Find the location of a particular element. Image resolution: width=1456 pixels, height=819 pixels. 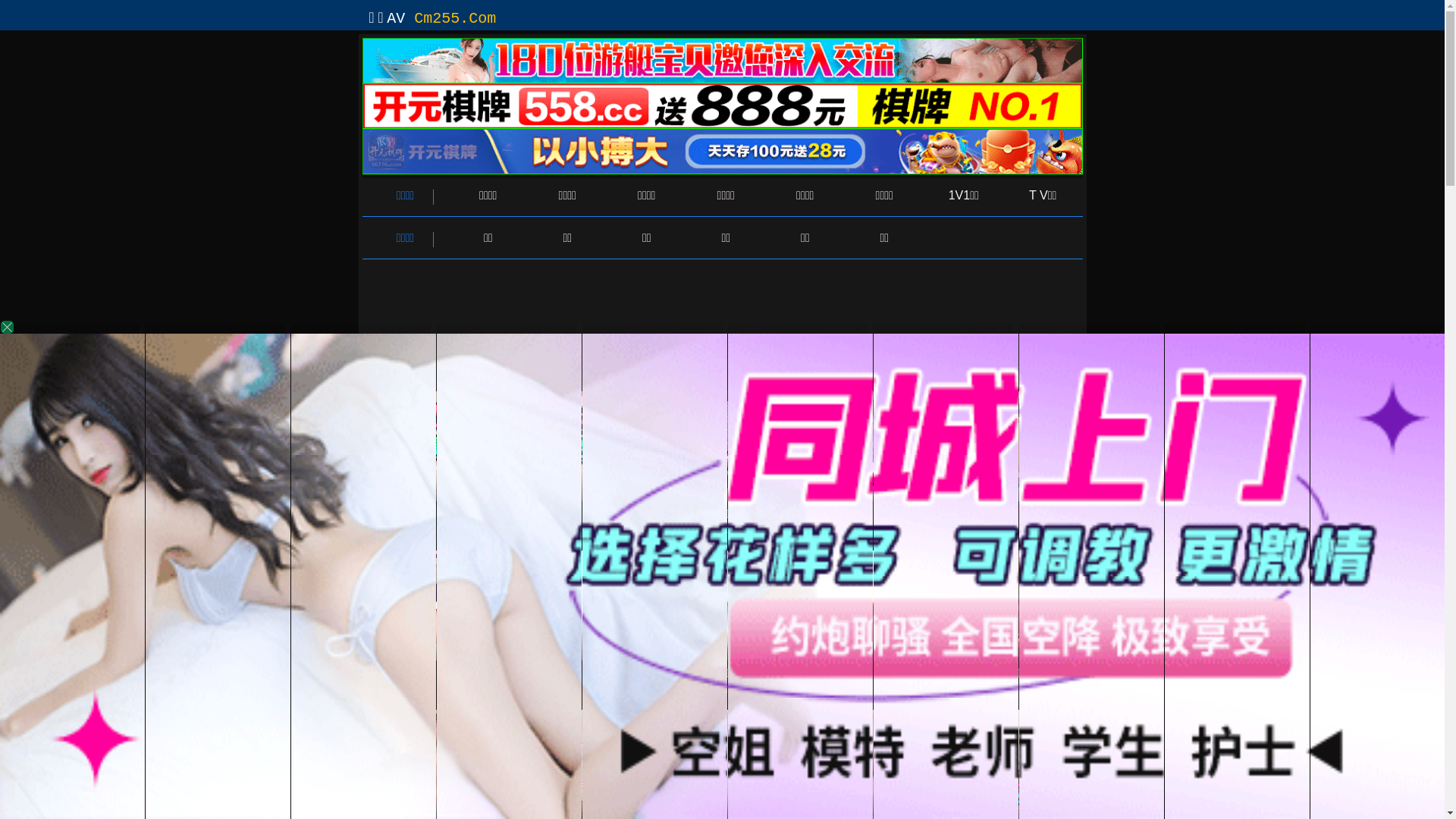

'Cm255.Com' is located at coordinates (414, 18).